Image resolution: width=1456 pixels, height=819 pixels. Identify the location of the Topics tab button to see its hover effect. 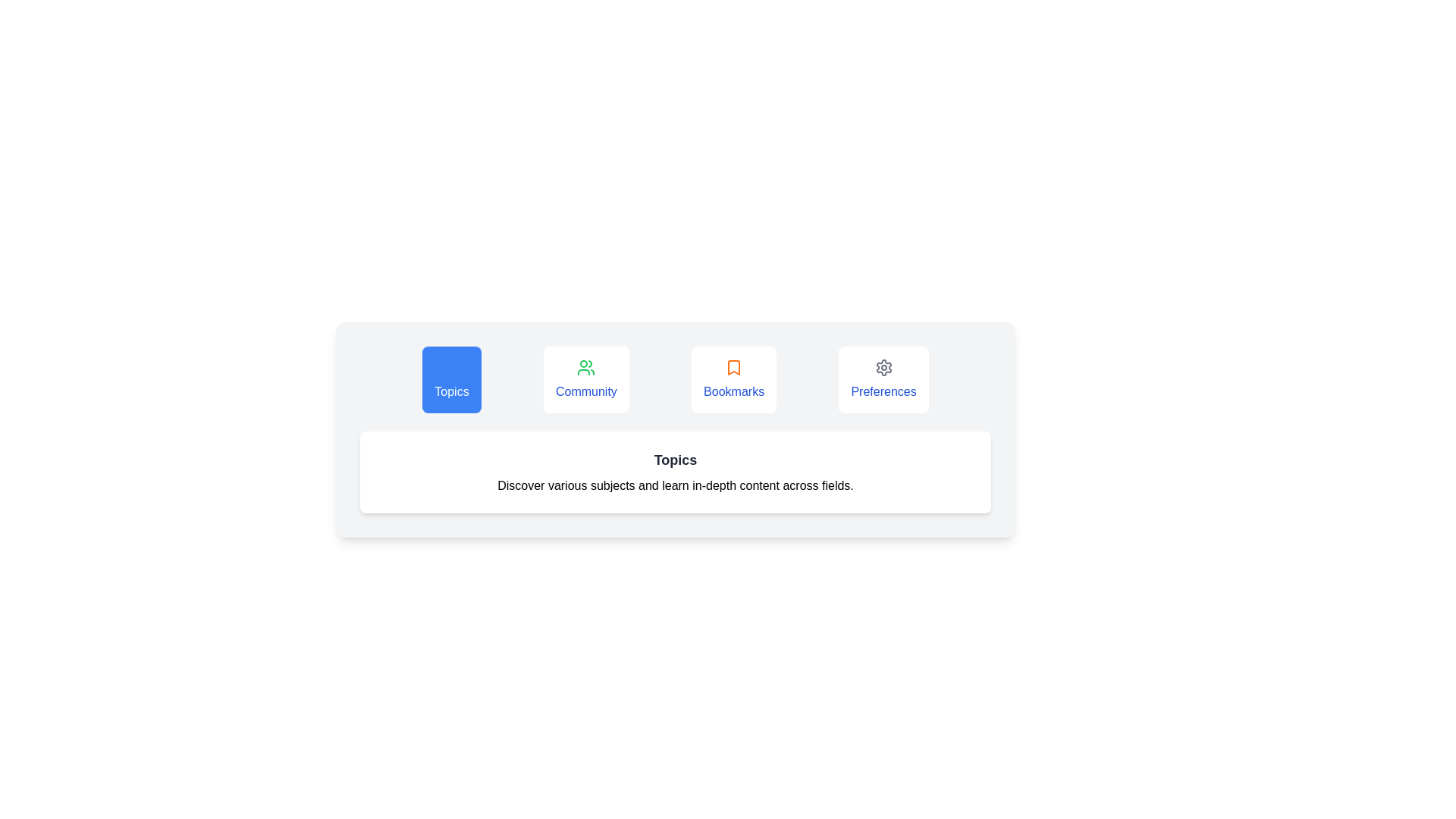
(450, 379).